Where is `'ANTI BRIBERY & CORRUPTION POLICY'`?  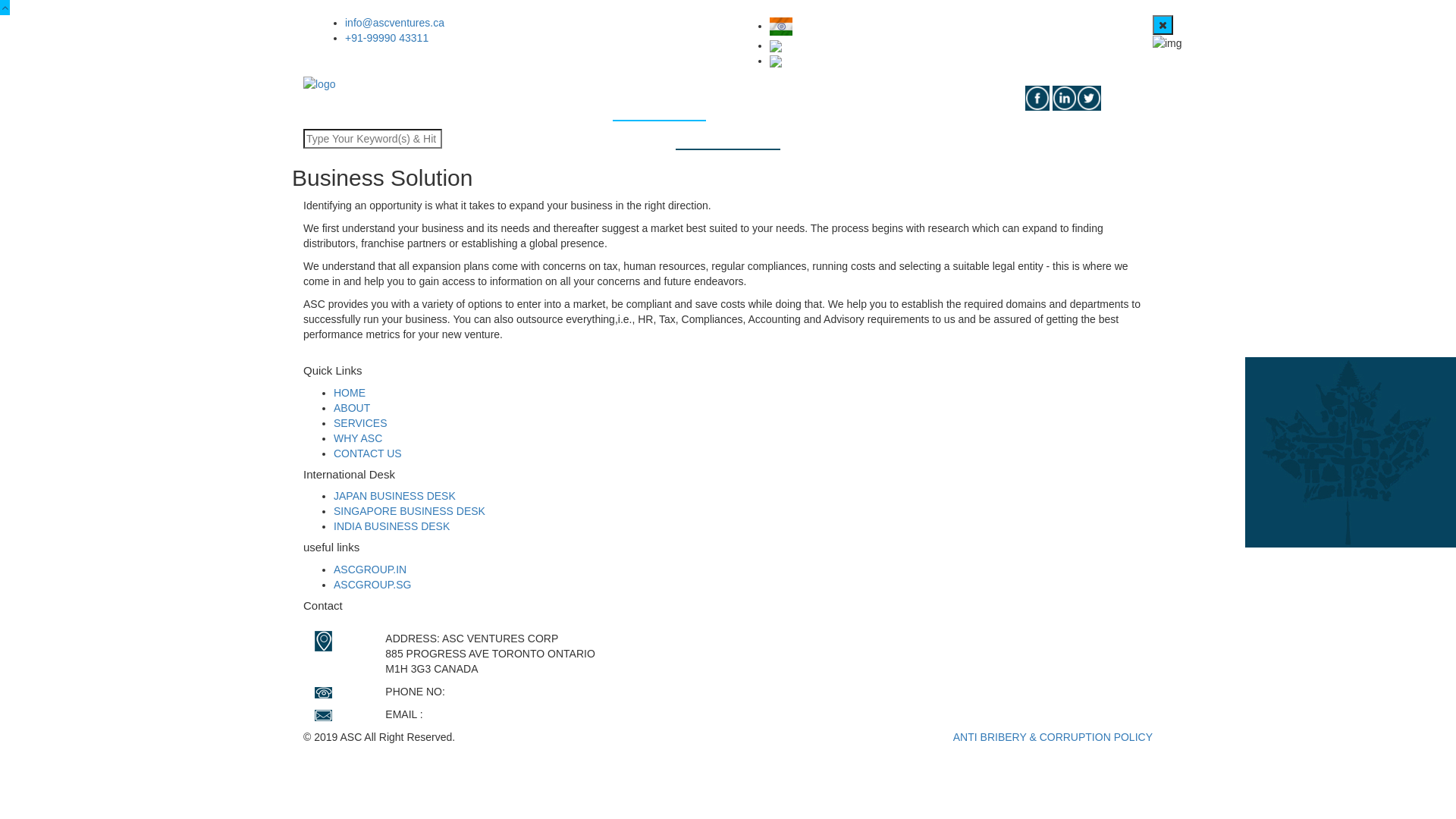
'ANTI BRIBERY & CORRUPTION POLICY' is located at coordinates (1052, 736).